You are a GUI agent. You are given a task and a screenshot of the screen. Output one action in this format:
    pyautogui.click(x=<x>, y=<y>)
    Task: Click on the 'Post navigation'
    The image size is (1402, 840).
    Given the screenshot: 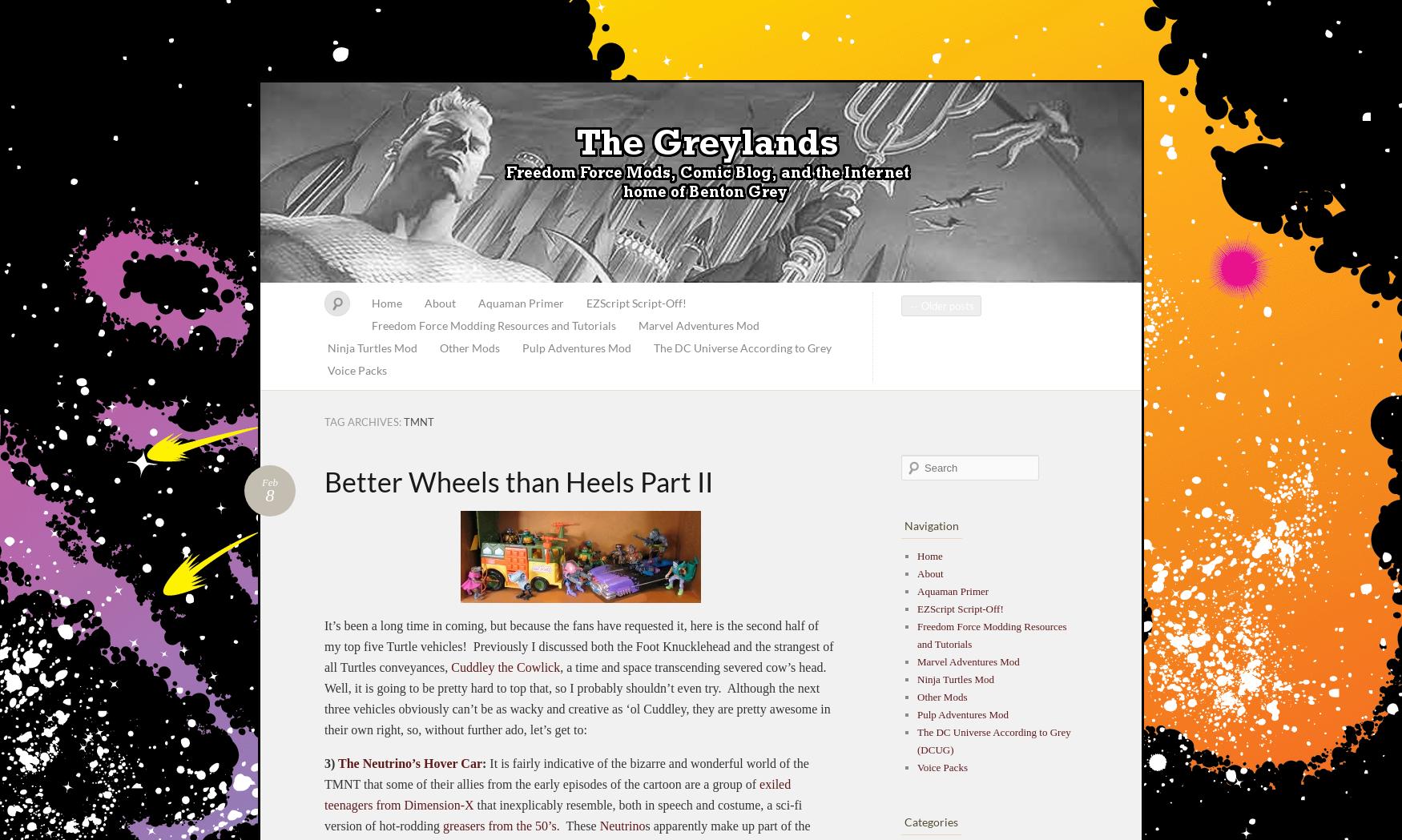 What is the action you would take?
    pyautogui.click(x=954, y=318)
    